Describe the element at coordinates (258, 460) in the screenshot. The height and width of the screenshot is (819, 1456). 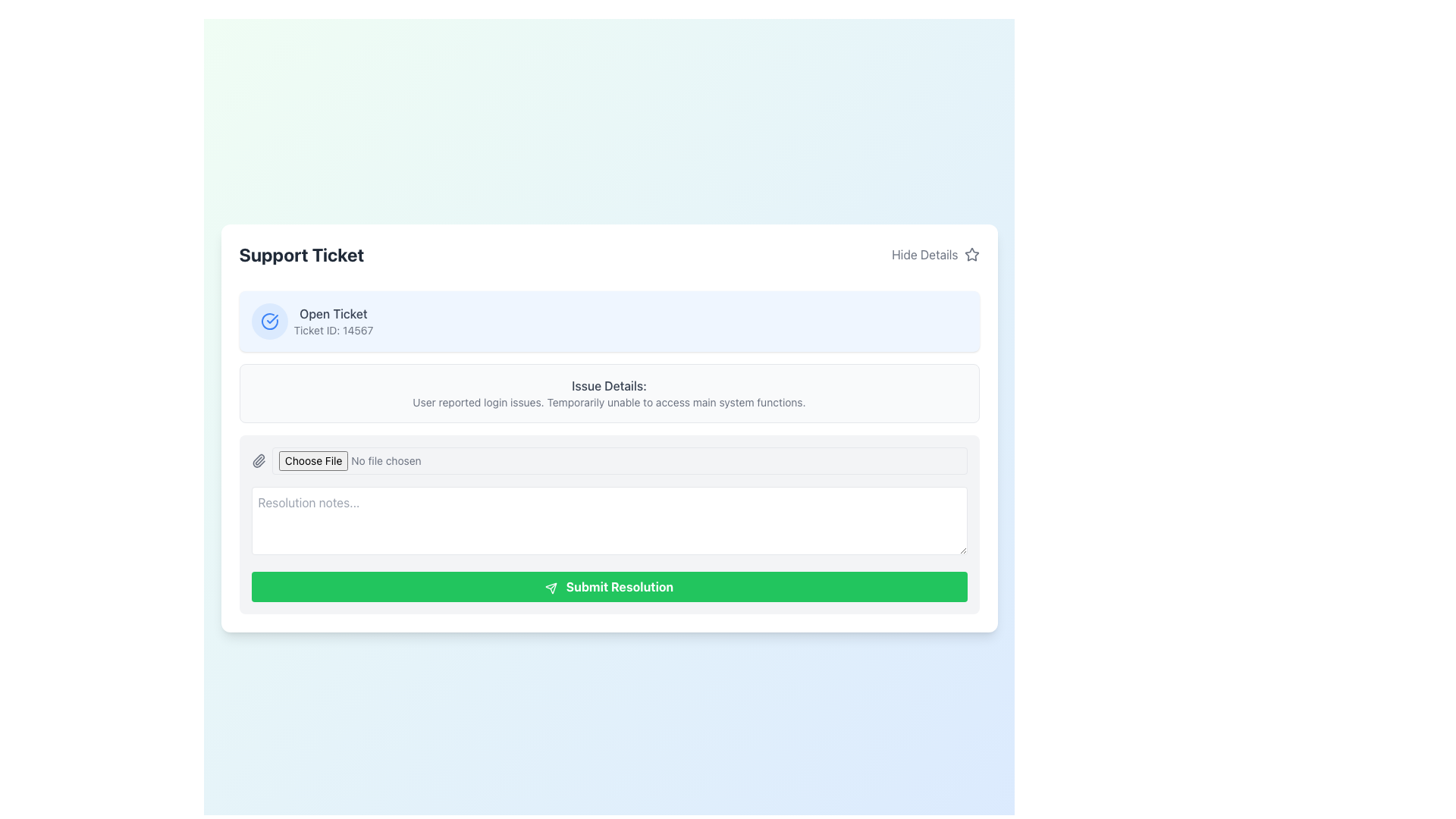
I see `the SVG element that is part of the paperclip icon, which is styled in gray and indicates a file upload area near the 'Choose File' button in the 'Support Ticket' section` at that location.